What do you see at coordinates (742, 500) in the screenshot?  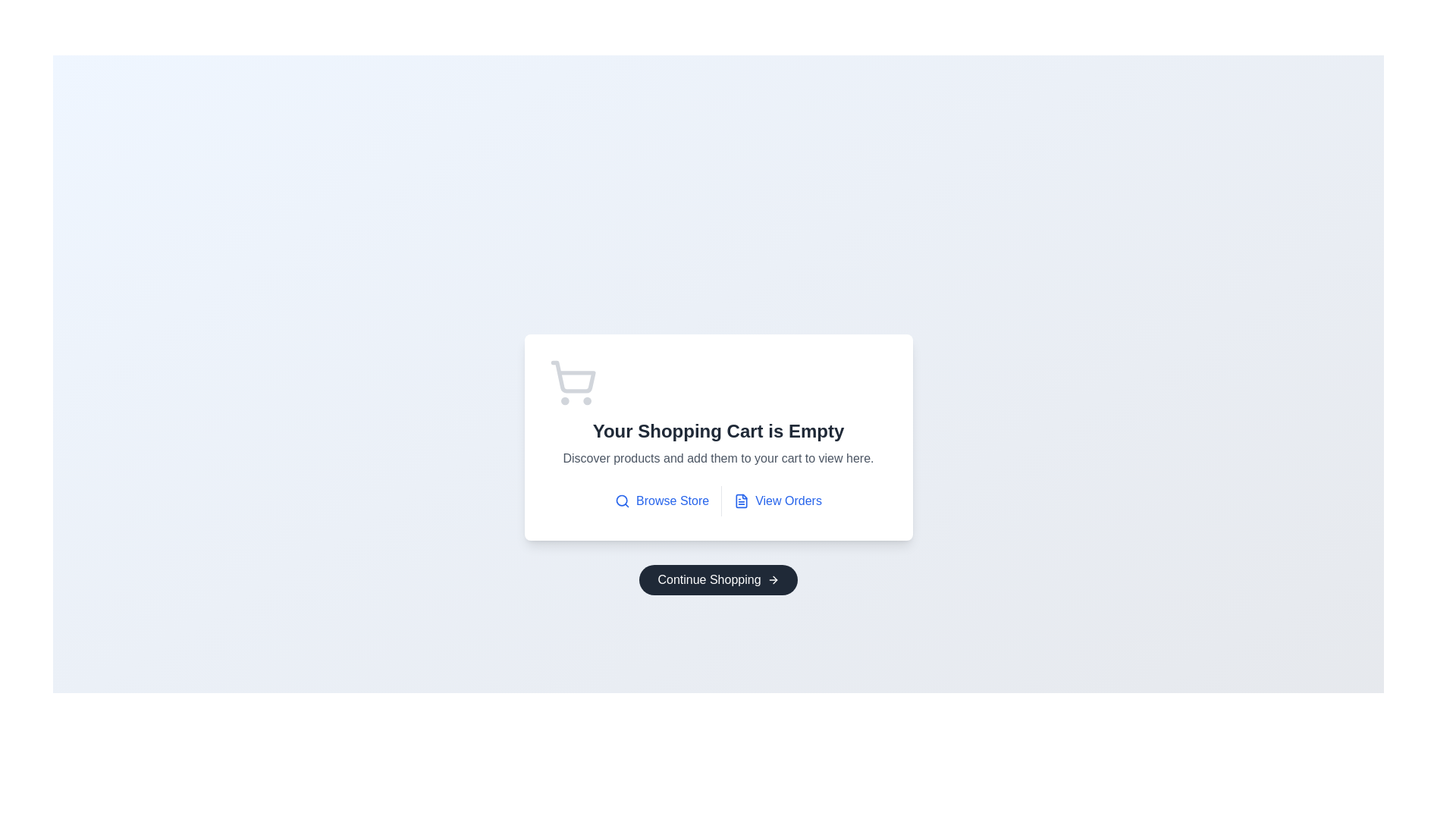 I see `the 'View Orders' button icon, which visually represents the concept of viewing or managing orders, located to the left of the button text` at bounding box center [742, 500].